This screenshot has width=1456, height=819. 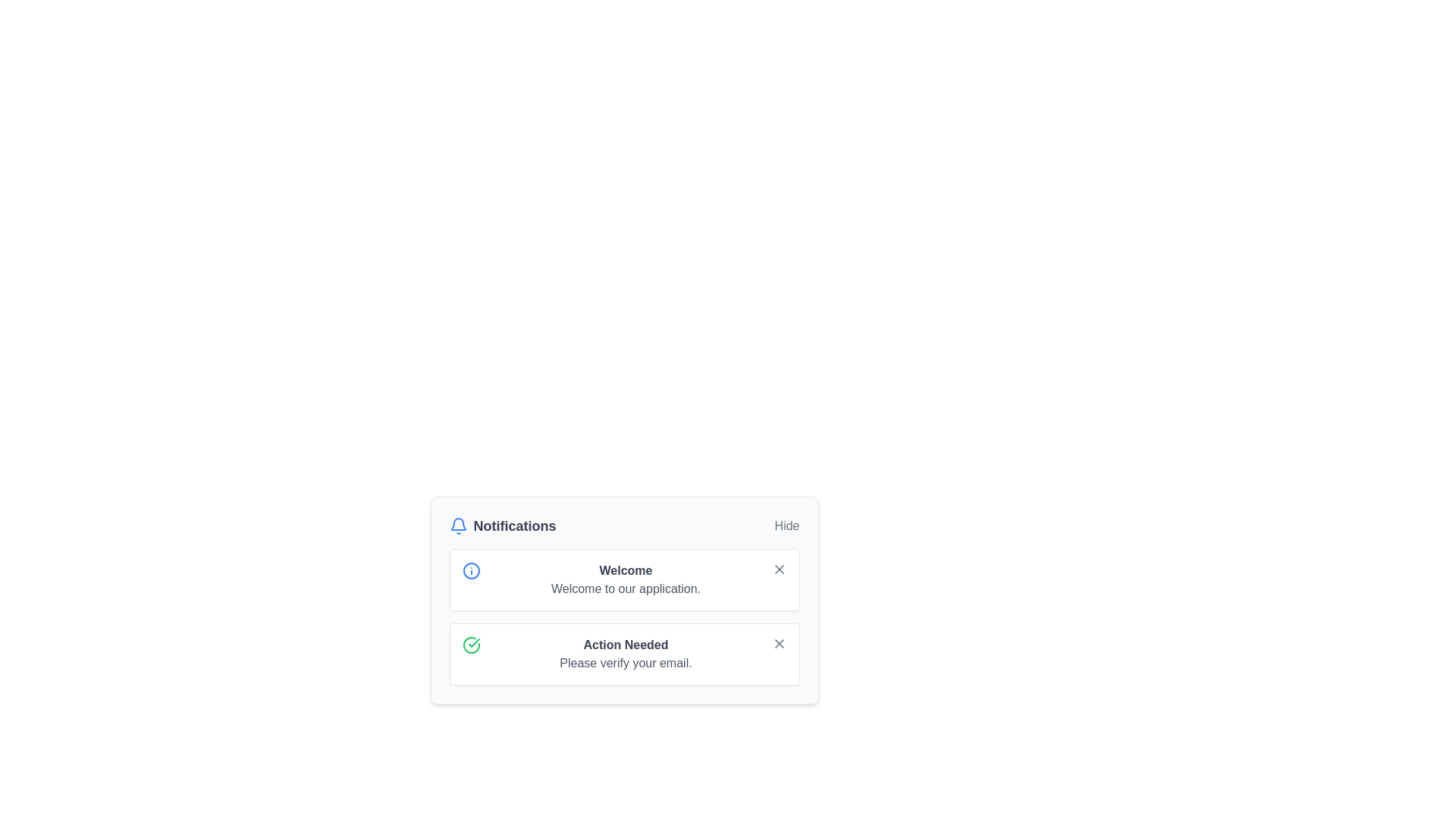 I want to click on the circular blue information icon located on the left side of the notification tile, aligned with the bolded 'Welcome' text, so click(x=470, y=570).